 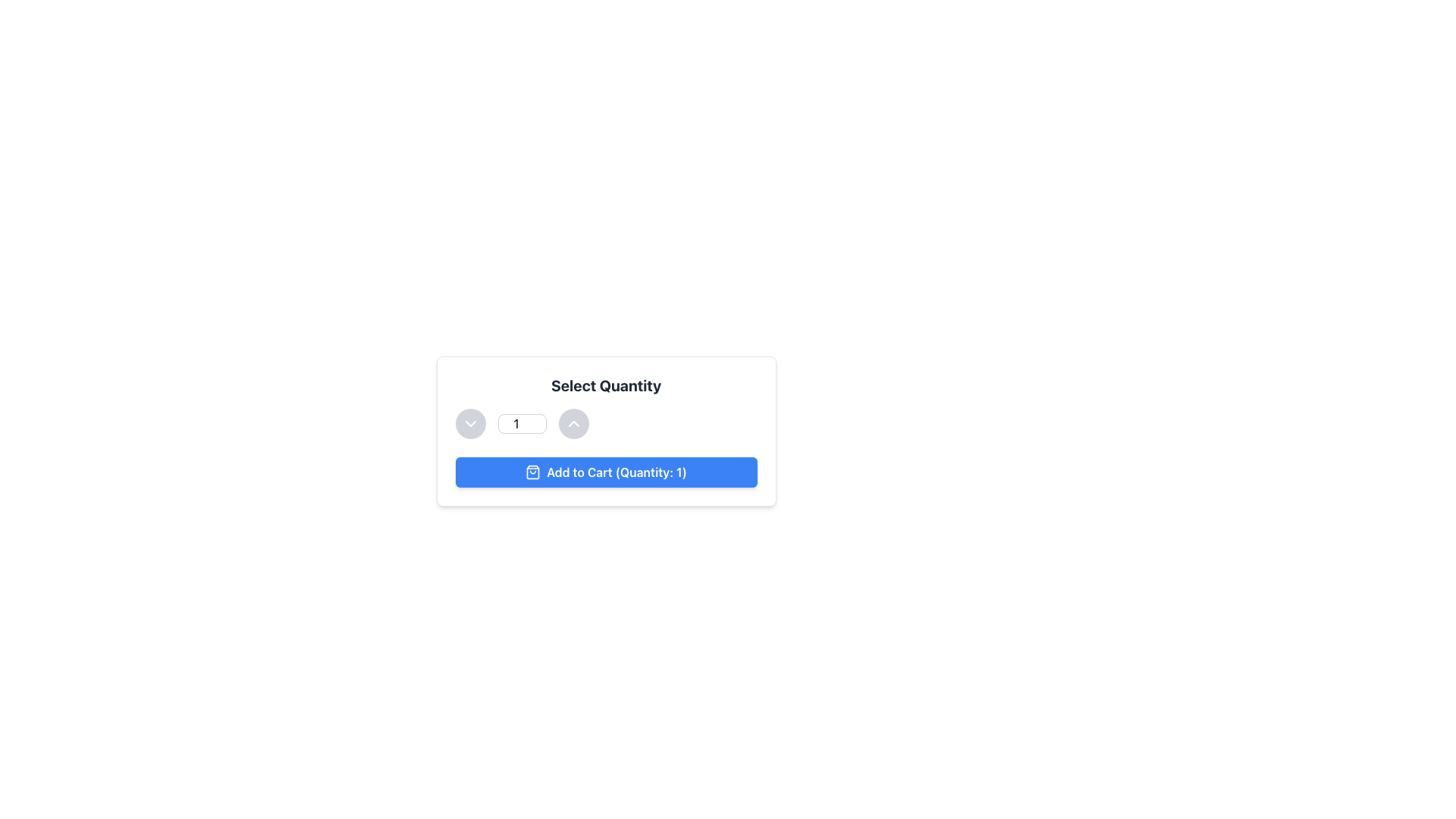 I want to click on the blue 'Add to Cart' button which contains the decorative icon representing the action of adding items to the shopping cart, so click(x=533, y=472).